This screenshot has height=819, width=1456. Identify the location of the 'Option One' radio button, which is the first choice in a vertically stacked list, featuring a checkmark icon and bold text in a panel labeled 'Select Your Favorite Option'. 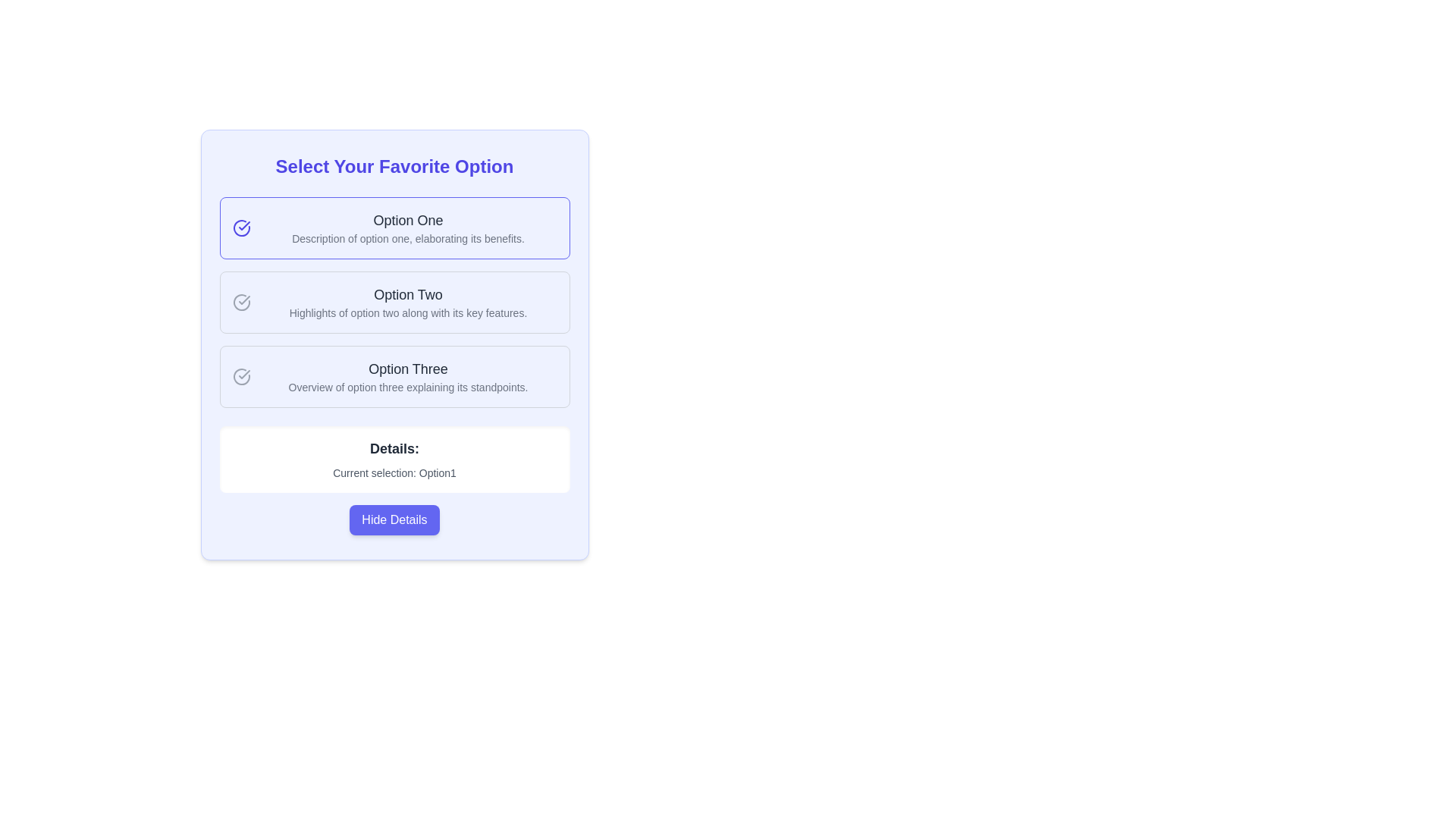
(394, 227).